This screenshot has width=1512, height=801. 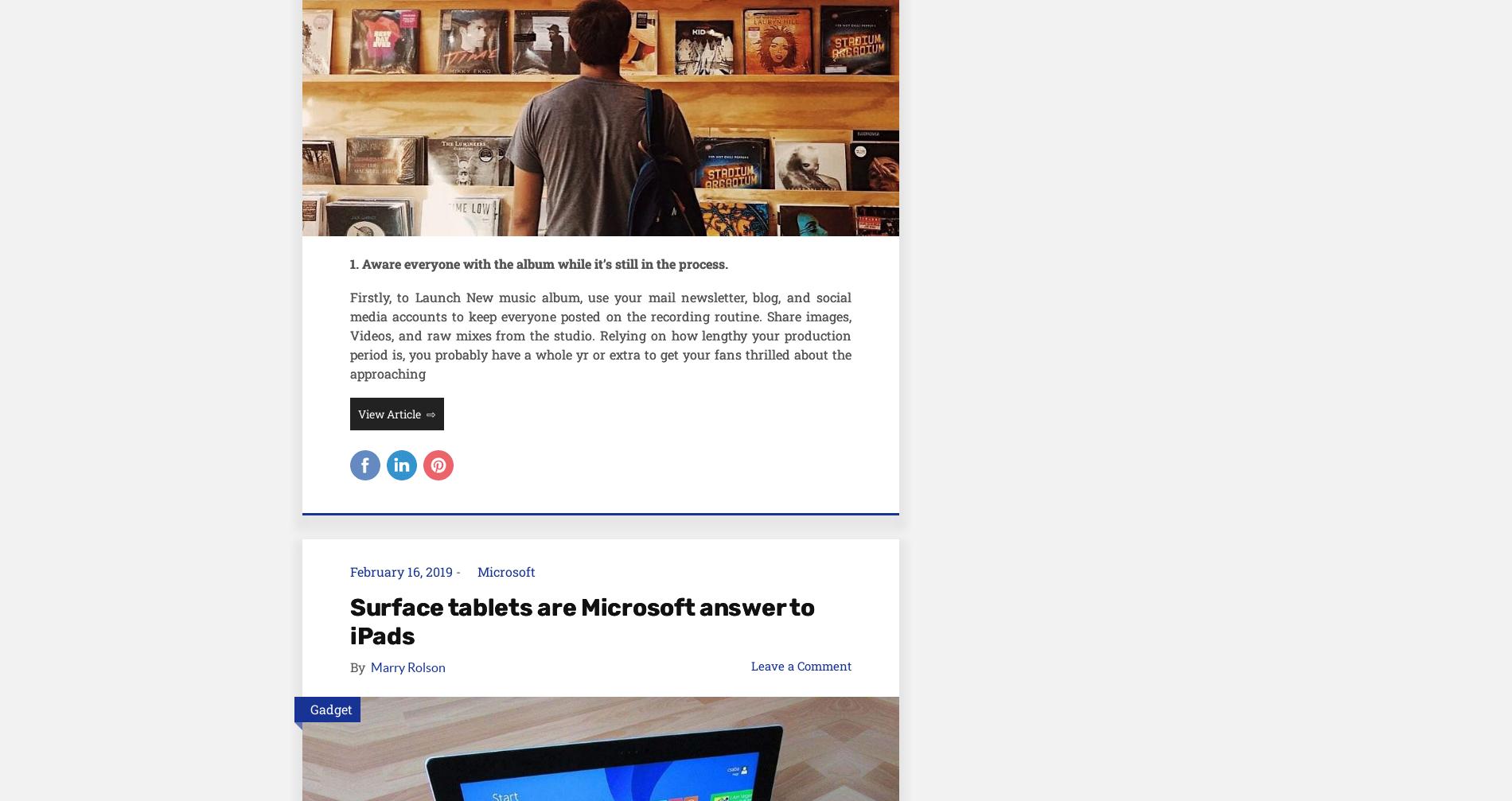 I want to click on '. Aware everyone with the album while it’s still in the process.', so click(x=541, y=263).